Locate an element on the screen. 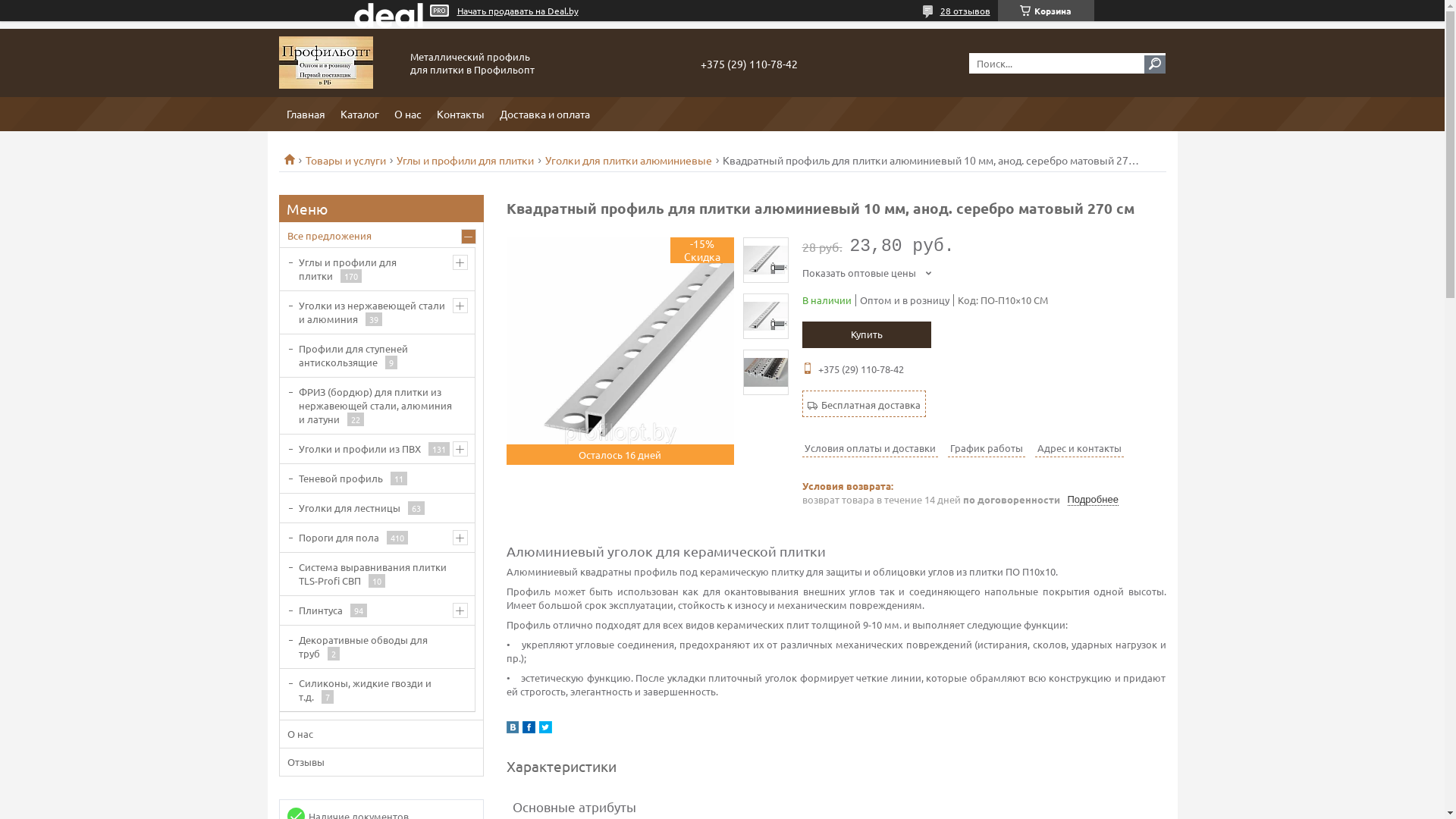 The image size is (1456, 819). 'twitter' is located at coordinates (544, 728).